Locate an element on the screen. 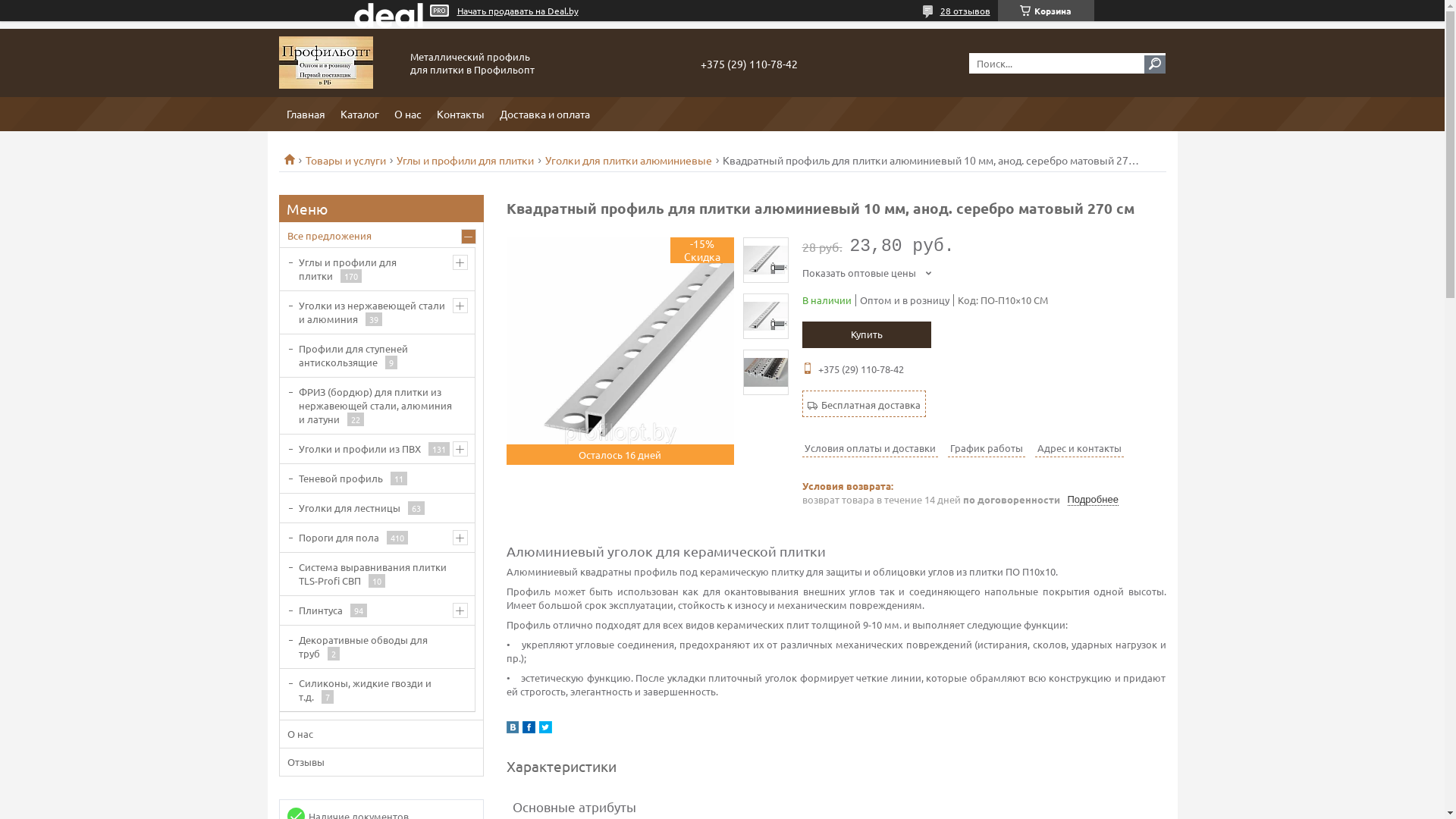 The image size is (1456, 819). 'twitter' is located at coordinates (544, 728).